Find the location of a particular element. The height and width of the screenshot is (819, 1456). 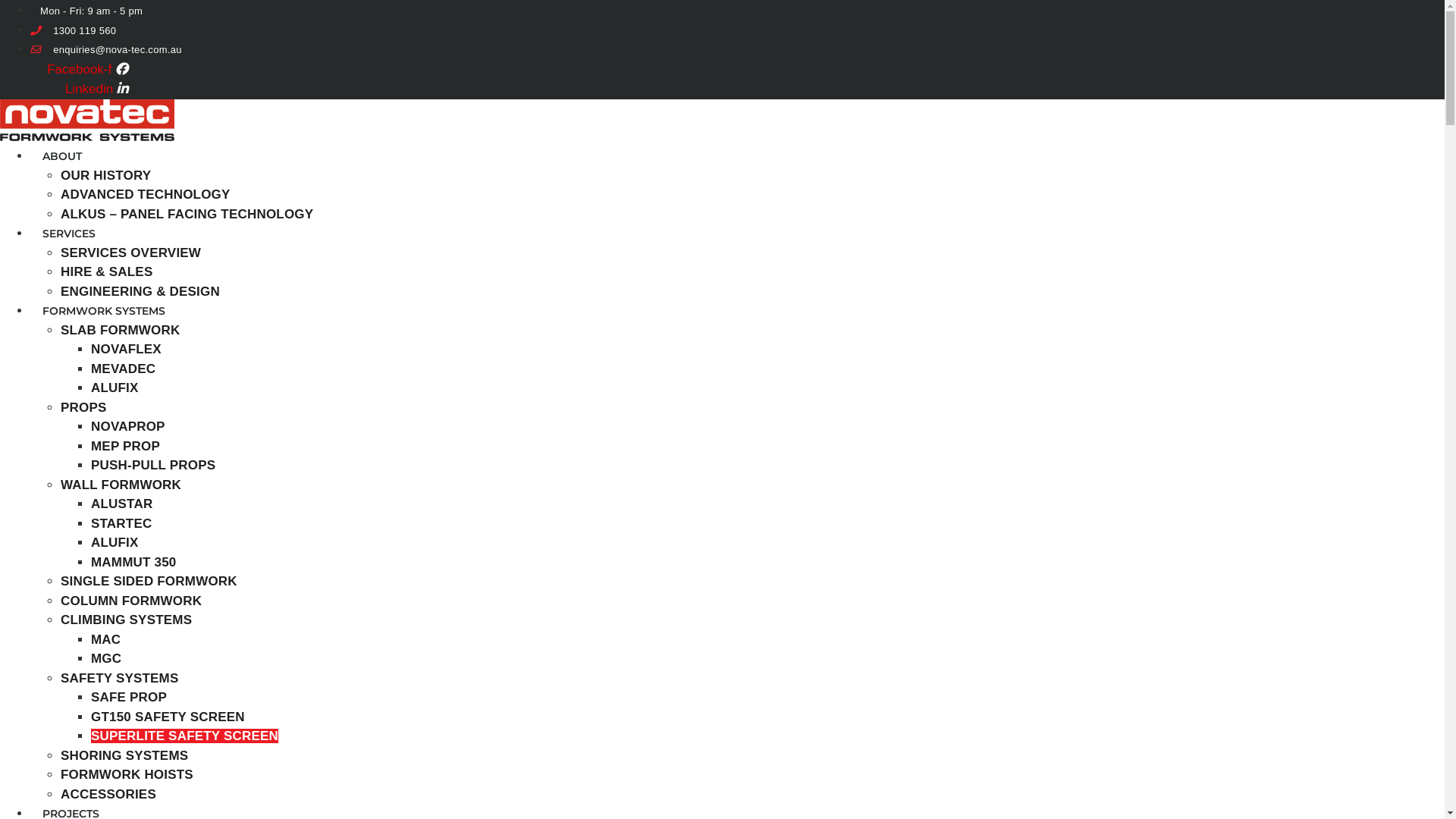

'COLUMN FORMWORK' is located at coordinates (130, 600).